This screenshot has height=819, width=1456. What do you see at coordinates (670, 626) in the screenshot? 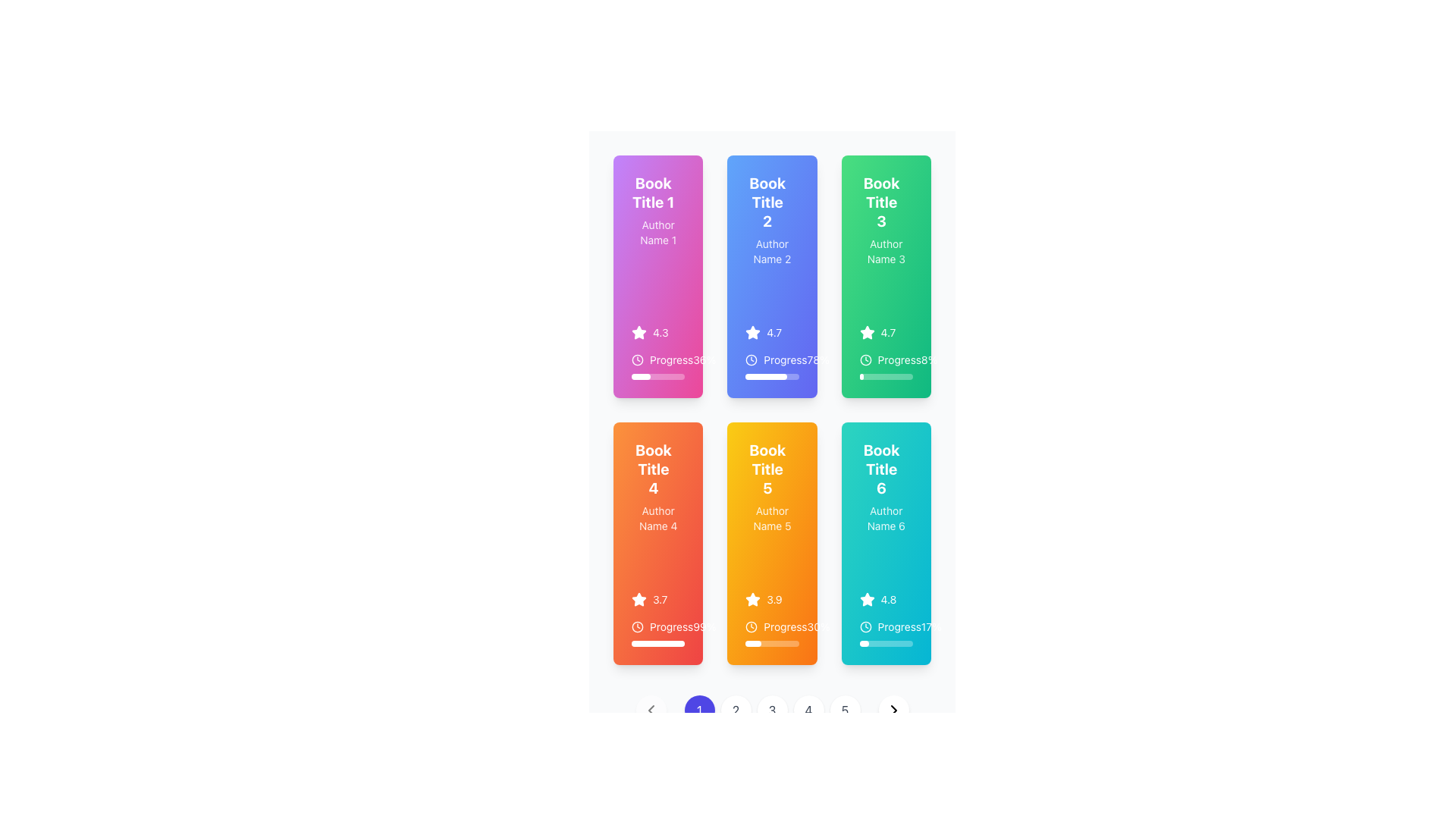
I see `text element displaying the word 'Progress' with a white font color on an orange background, located in the lower half of the 'Book Title 4' card` at bounding box center [670, 626].